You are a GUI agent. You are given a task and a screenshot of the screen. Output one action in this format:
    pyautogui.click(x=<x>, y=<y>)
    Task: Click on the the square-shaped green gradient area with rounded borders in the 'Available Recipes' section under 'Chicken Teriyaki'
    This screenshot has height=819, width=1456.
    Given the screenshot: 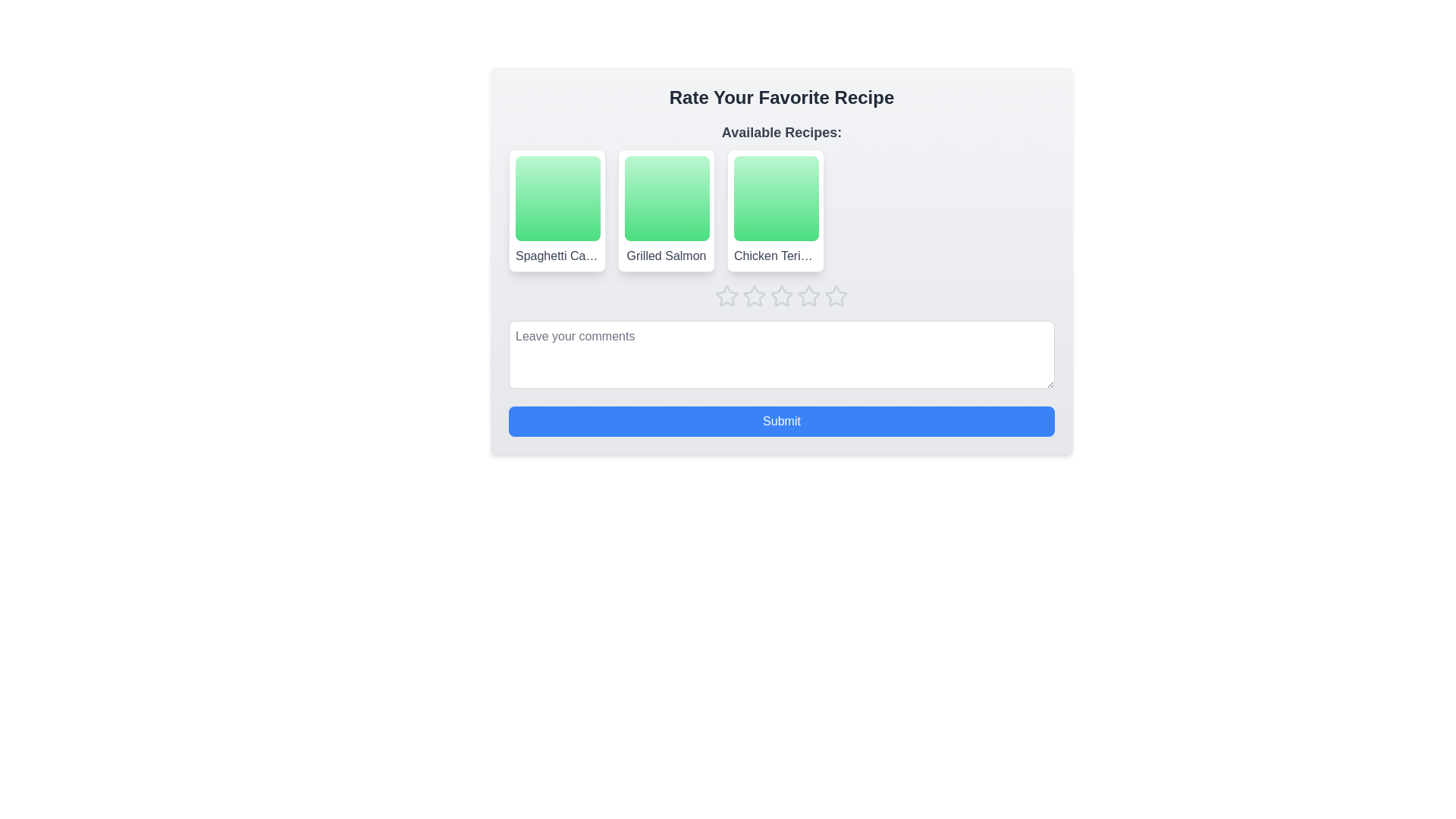 What is the action you would take?
    pyautogui.click(x=776, y=198)
    